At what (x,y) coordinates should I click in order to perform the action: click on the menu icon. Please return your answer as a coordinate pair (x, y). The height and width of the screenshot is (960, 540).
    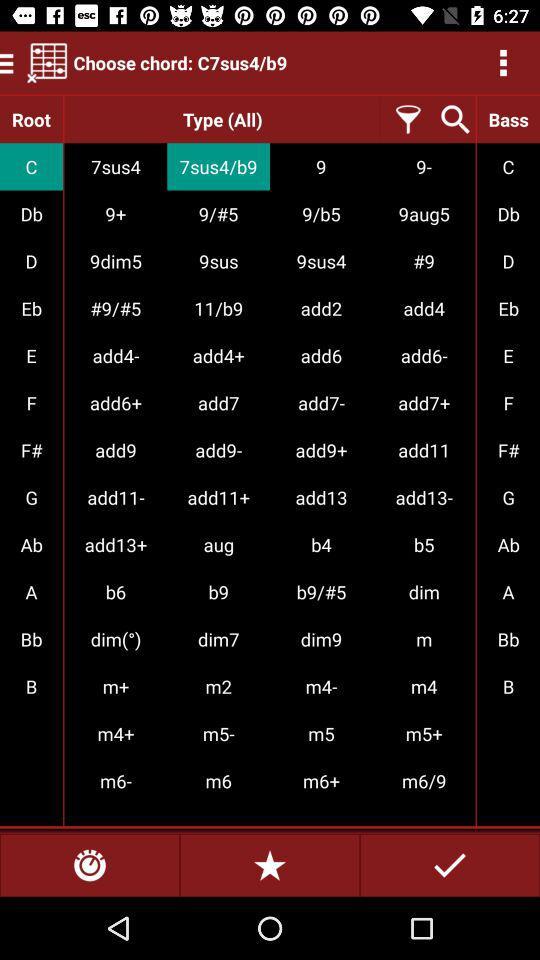
    Looking at the image, I should click on (9, 62).